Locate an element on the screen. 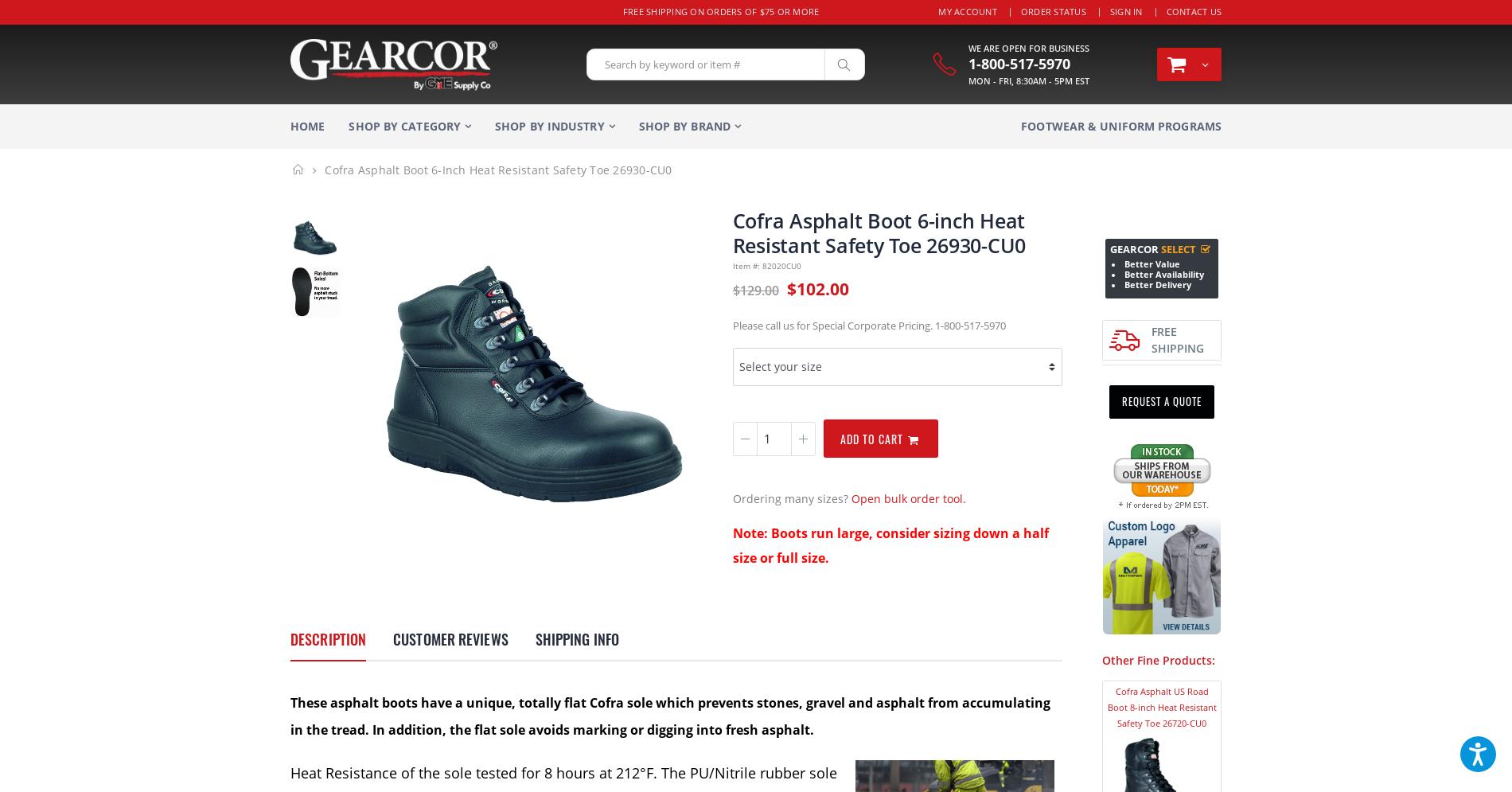 Image resolution: width=1512 pixels, height=792 pixels. 'Better Value' is located at coordinates (1152, 264).